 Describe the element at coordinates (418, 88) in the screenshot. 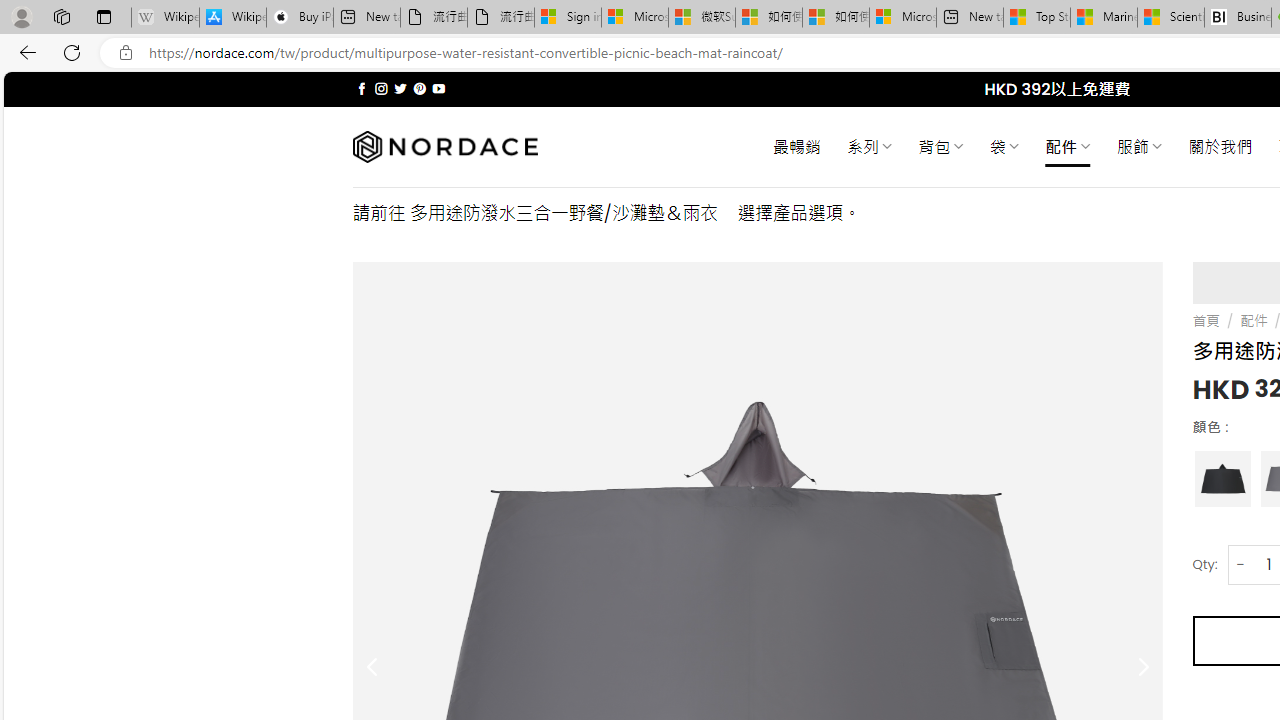

I see `'Follow on Pinterest'` at that location.